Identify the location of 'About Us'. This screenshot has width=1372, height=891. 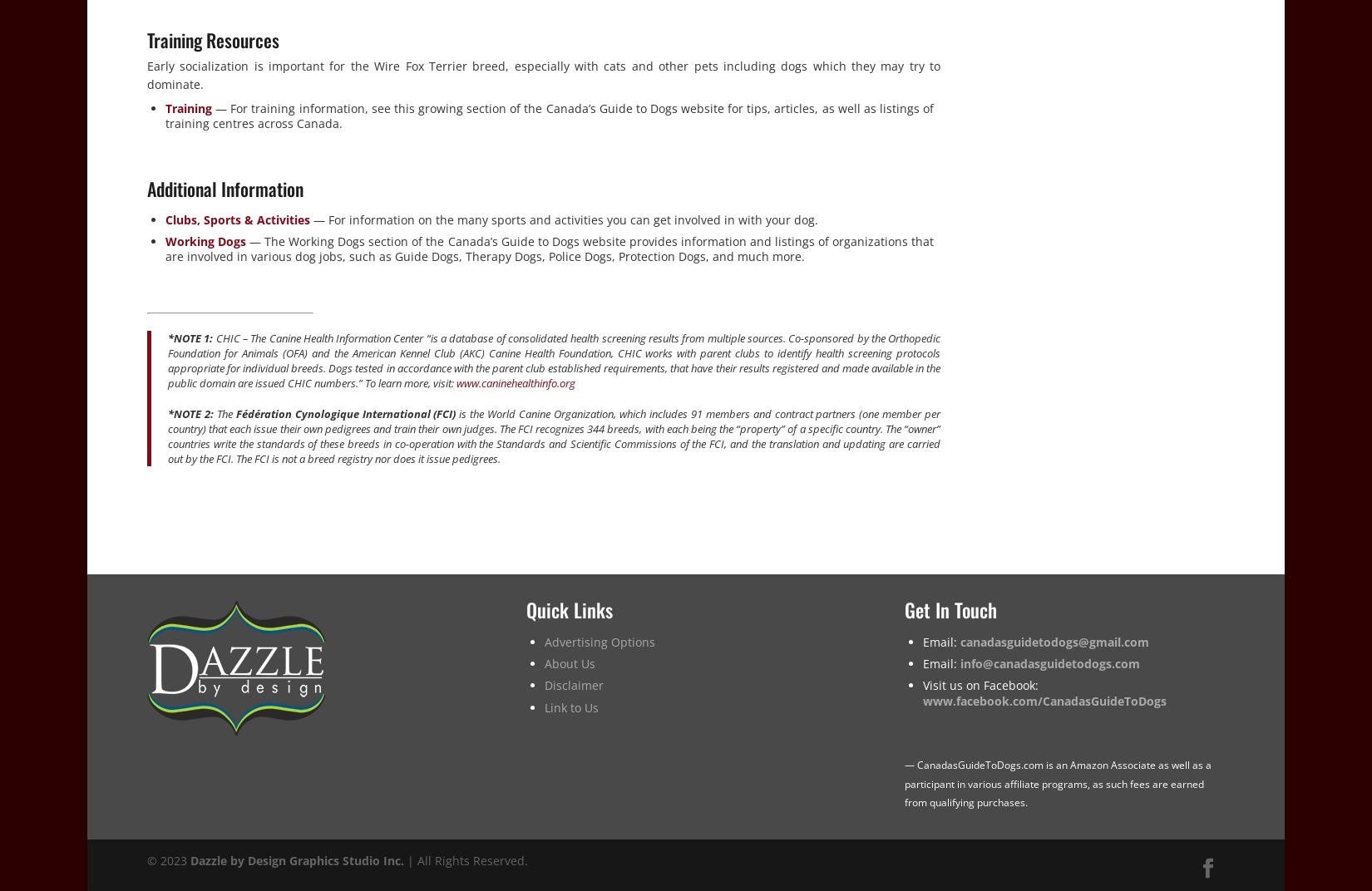
(568, 663).